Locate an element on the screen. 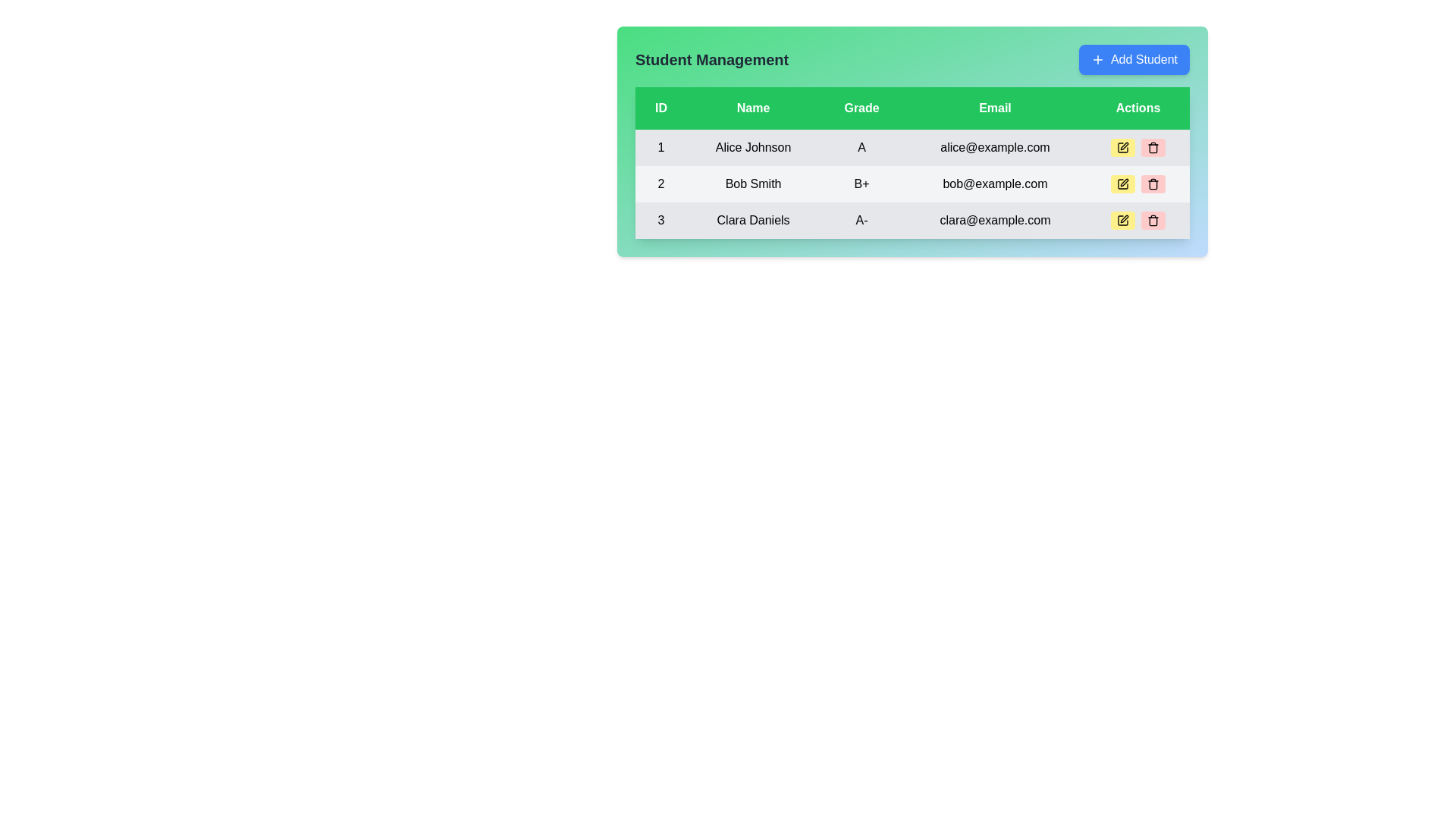  the 'edit' icon represented by a pencil graphic located in the 'Actions' column of the last row in the table is located at coordinates (1122, 220).